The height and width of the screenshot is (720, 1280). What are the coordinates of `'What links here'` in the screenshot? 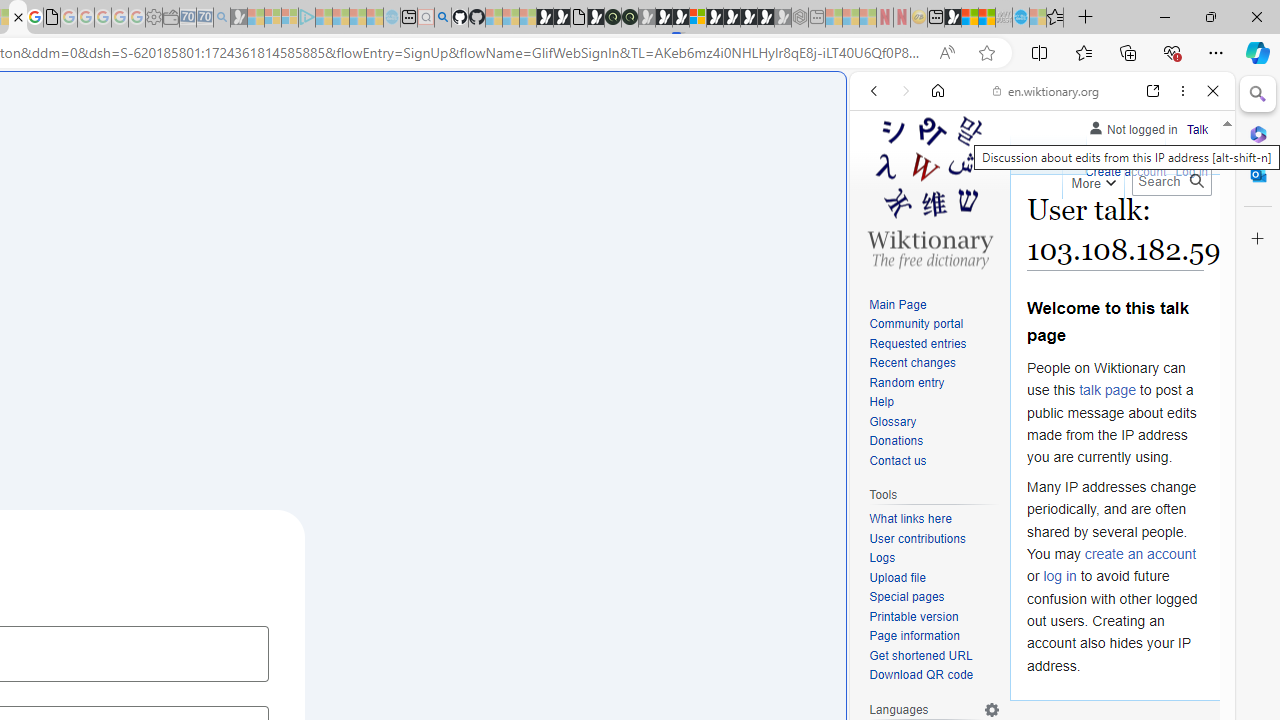 It's located at (934, 518).